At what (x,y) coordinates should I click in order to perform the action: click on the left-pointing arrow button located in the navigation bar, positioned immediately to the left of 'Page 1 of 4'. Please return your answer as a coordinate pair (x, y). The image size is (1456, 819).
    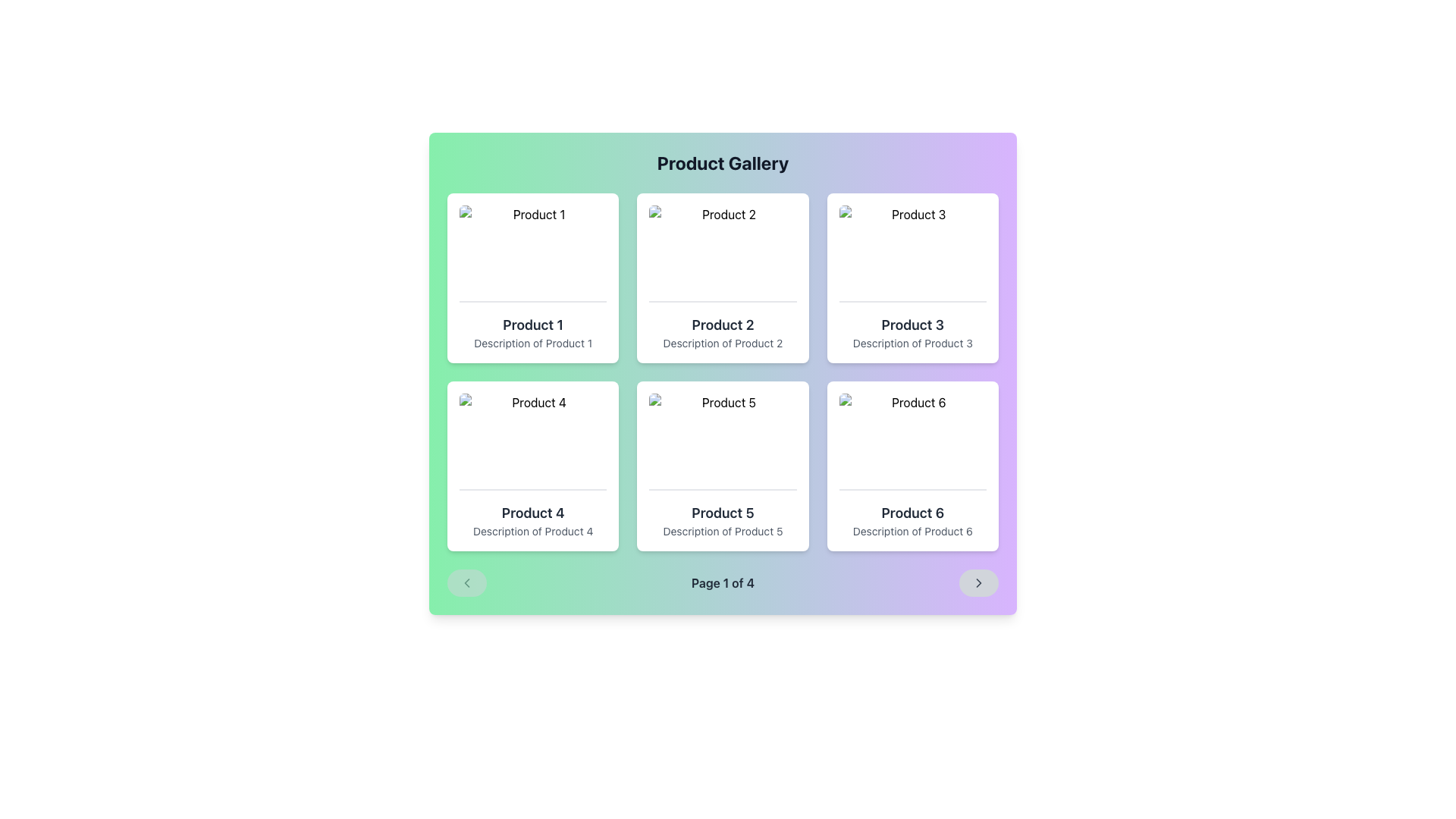
    Looking at the image, I should click on (466, 582).